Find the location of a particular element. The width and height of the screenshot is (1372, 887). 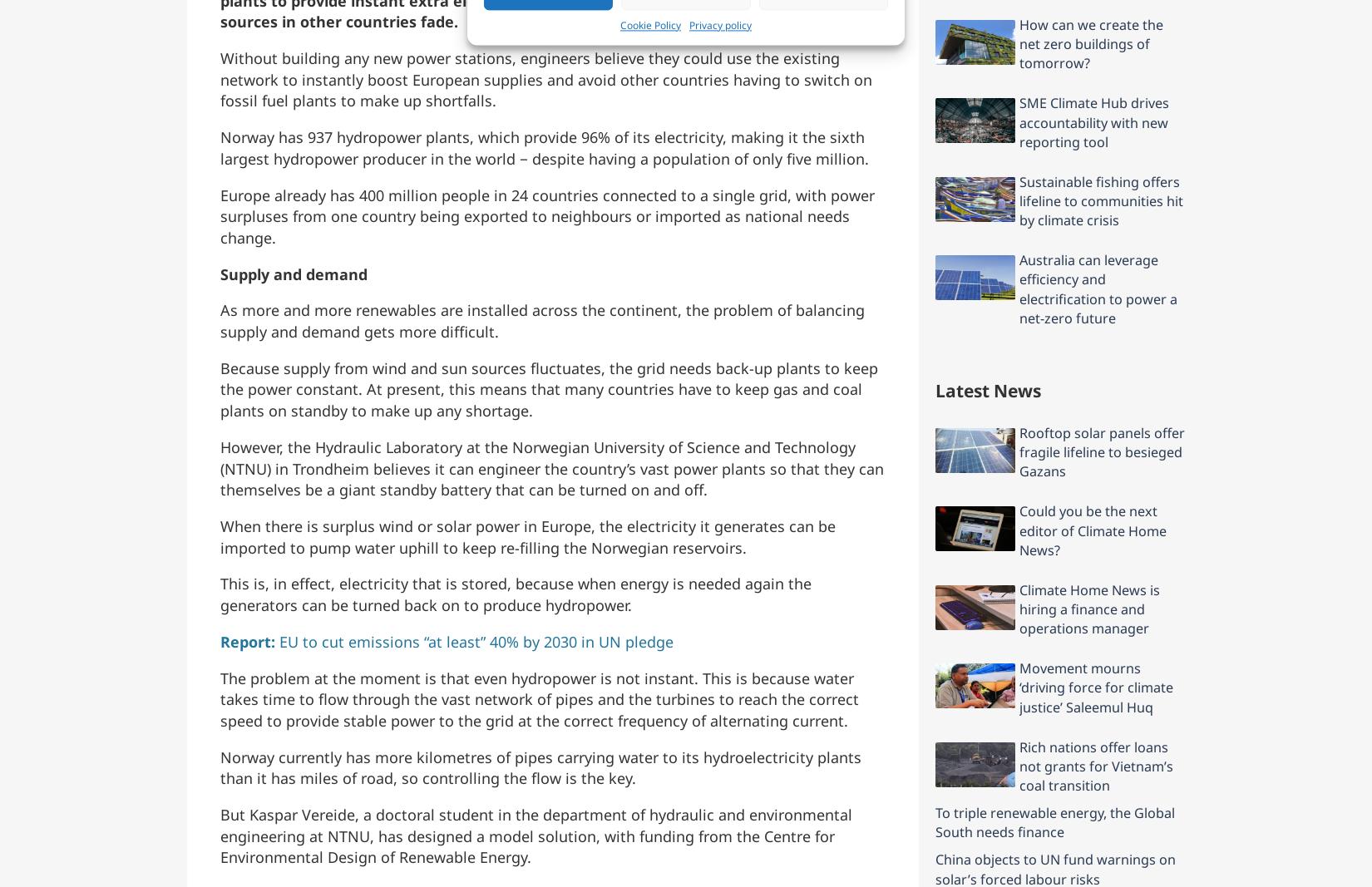

'Australia can leverage efficiency and electrification to power a net-zero future' is located at coordinates (1097, 288).